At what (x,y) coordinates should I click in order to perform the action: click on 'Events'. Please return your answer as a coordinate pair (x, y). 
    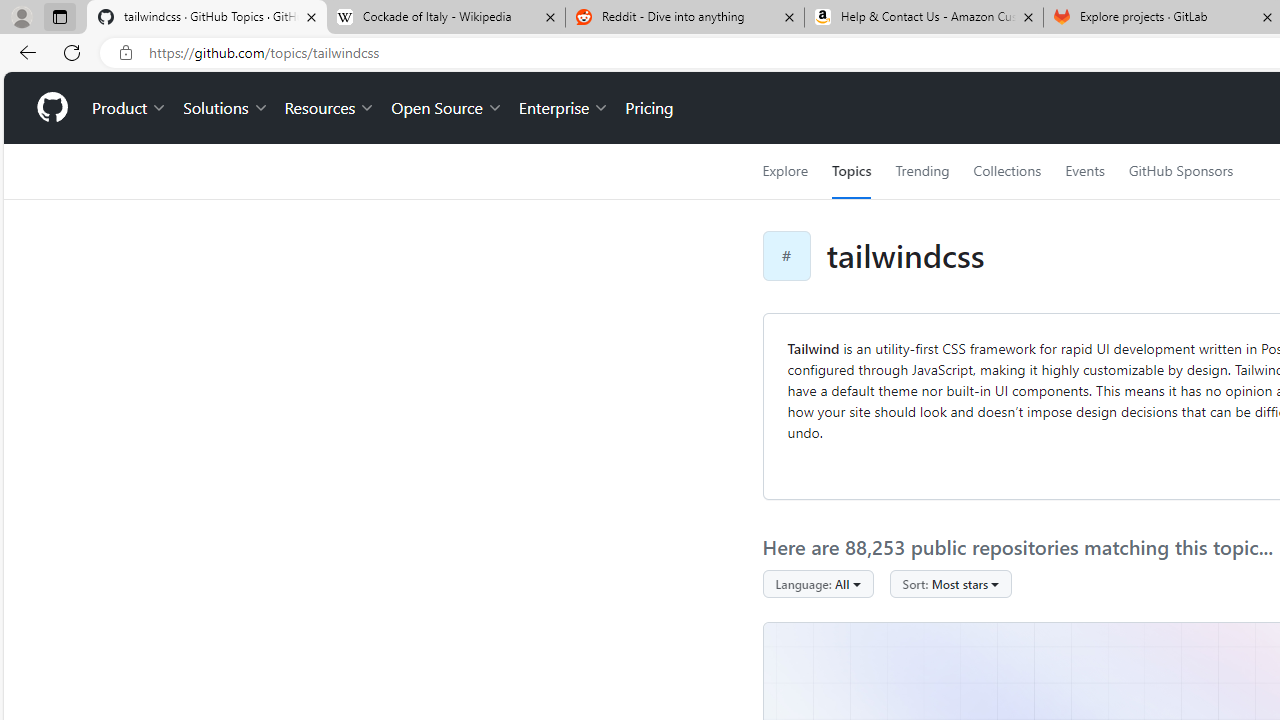
    Looking at the image, I should click on (1083, 170).